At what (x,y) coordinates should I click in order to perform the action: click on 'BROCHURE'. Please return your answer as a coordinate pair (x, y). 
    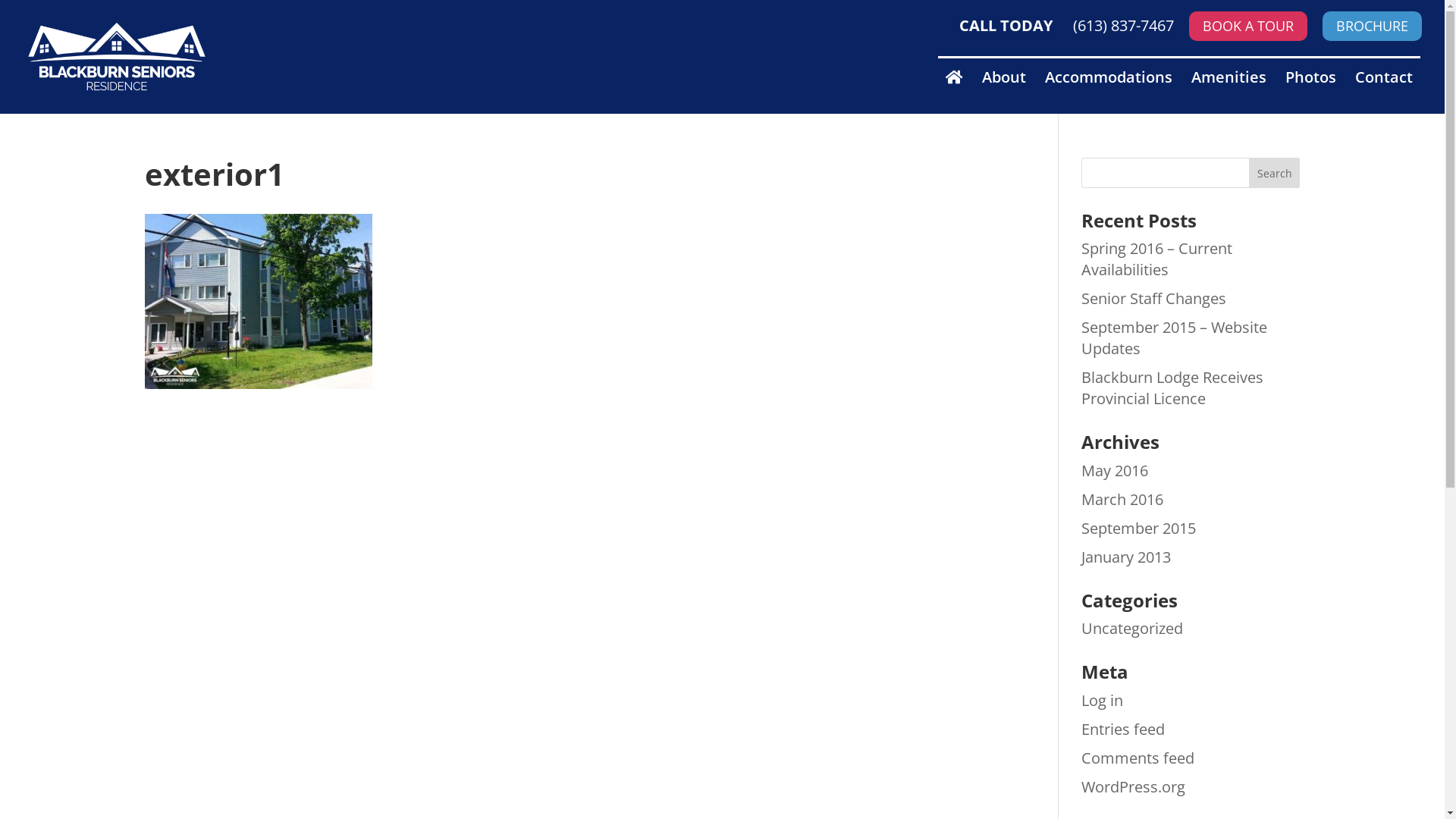
    Looking at the image, I should click on (1372, 26).